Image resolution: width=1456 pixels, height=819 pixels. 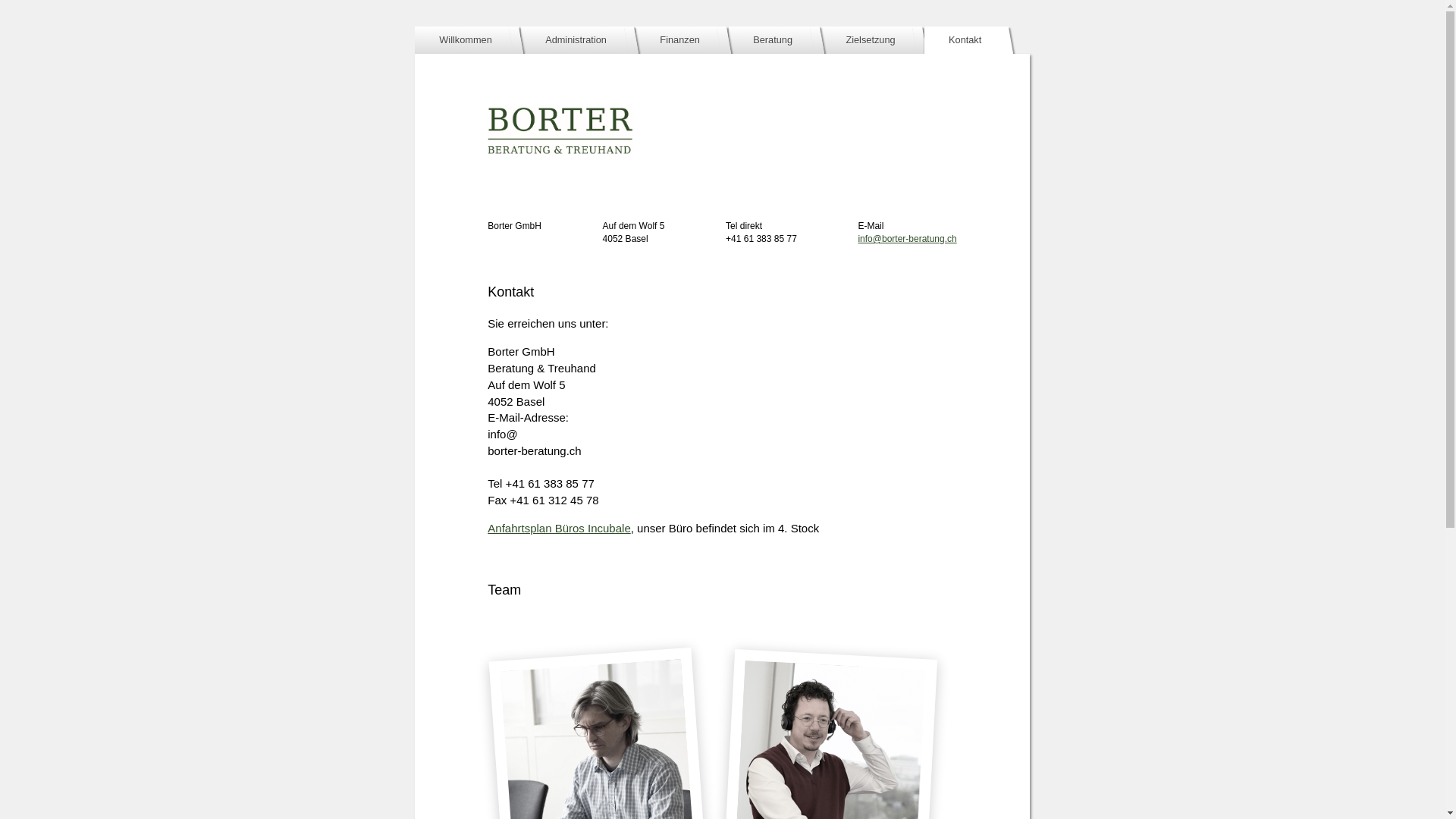 I want to click on 'info@borter-beratung.ch', so click(x=906, y=239).